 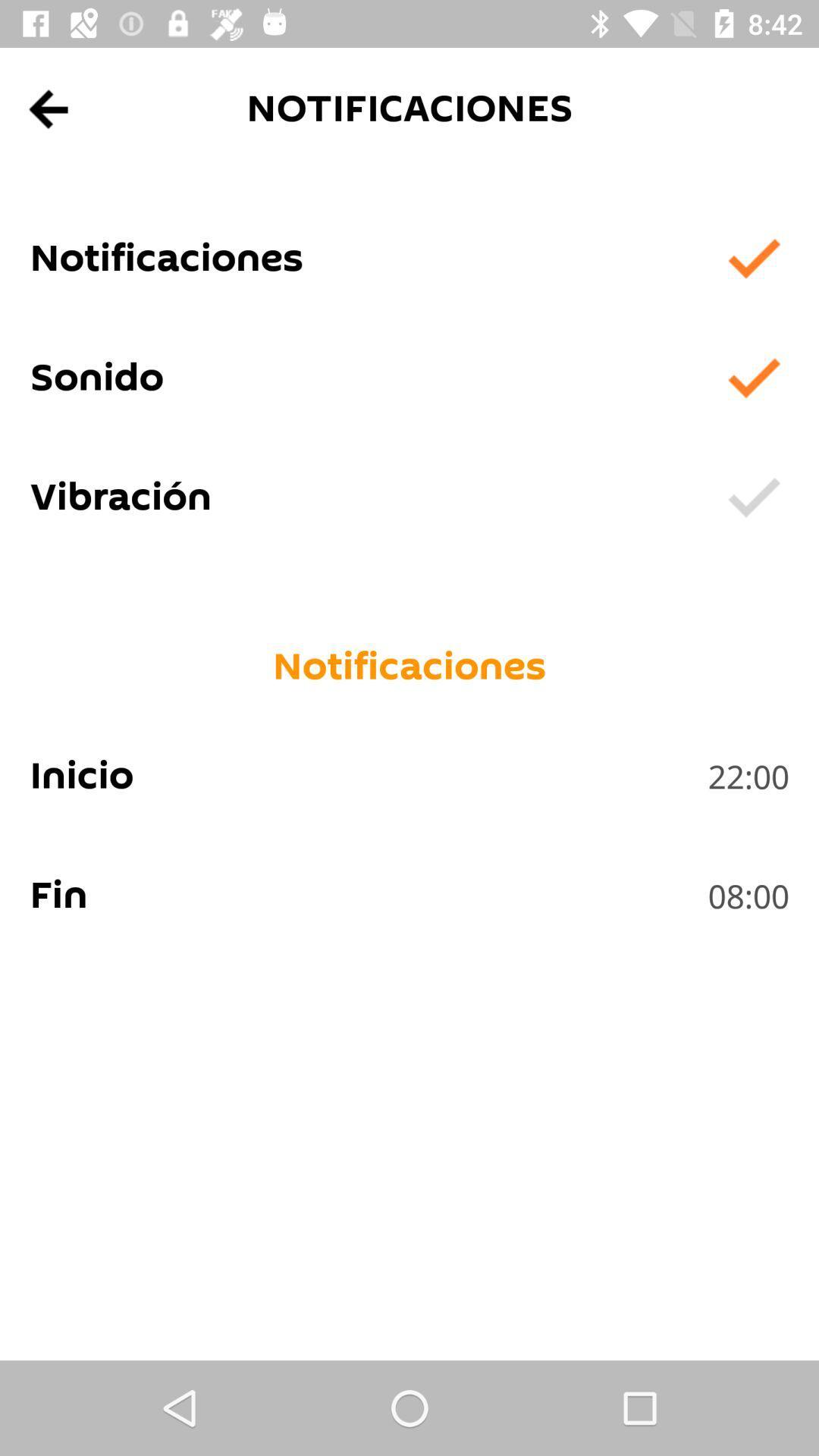 I want to click on app above the notificaciones app, so click(x=49, y=108).